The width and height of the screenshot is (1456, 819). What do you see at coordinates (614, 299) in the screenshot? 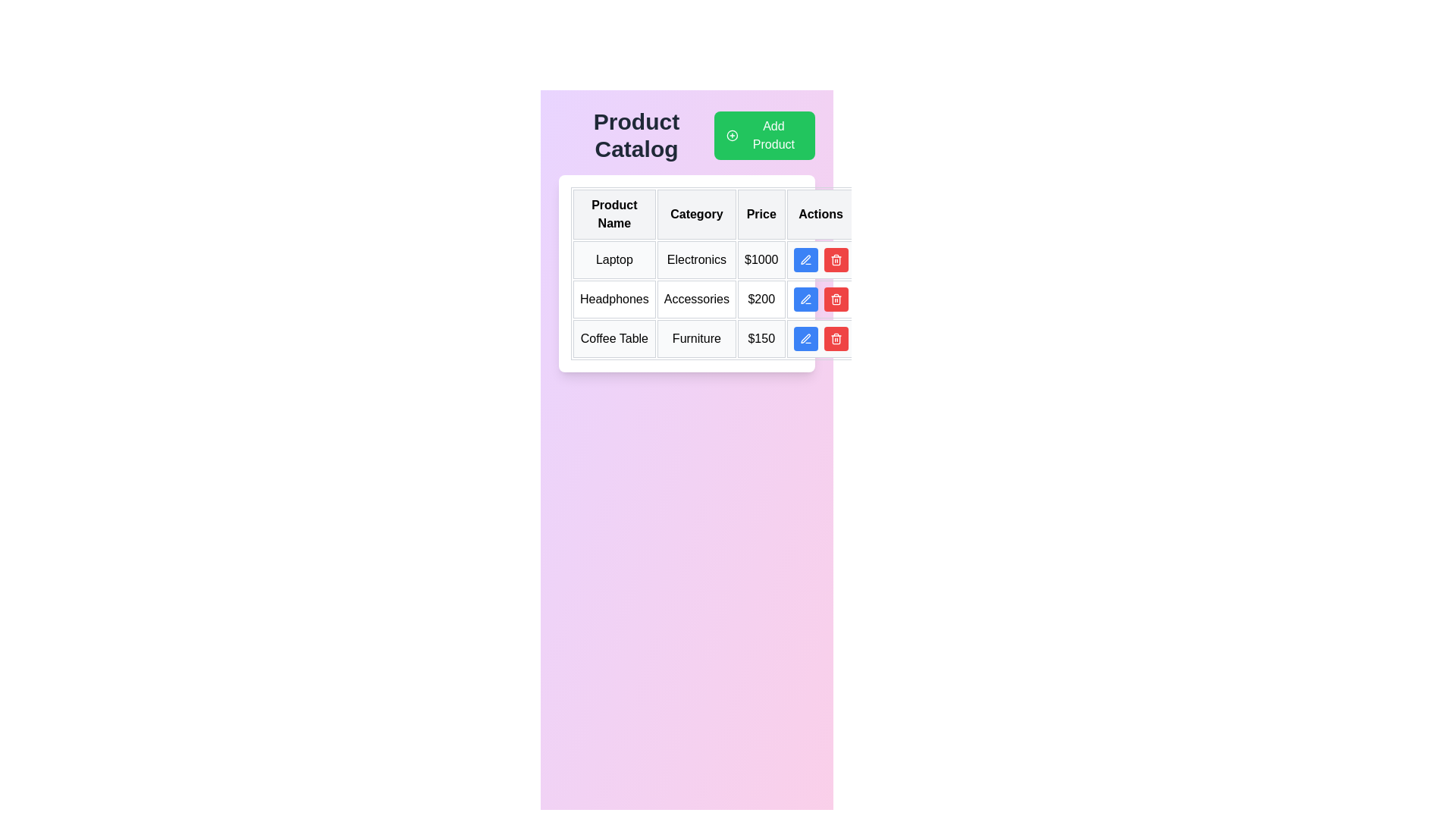
I see `the text cell containing the product name 'Headphones' in the second row of the table to associate it with the adjacent category and price information` at bounding box center [614, 299].